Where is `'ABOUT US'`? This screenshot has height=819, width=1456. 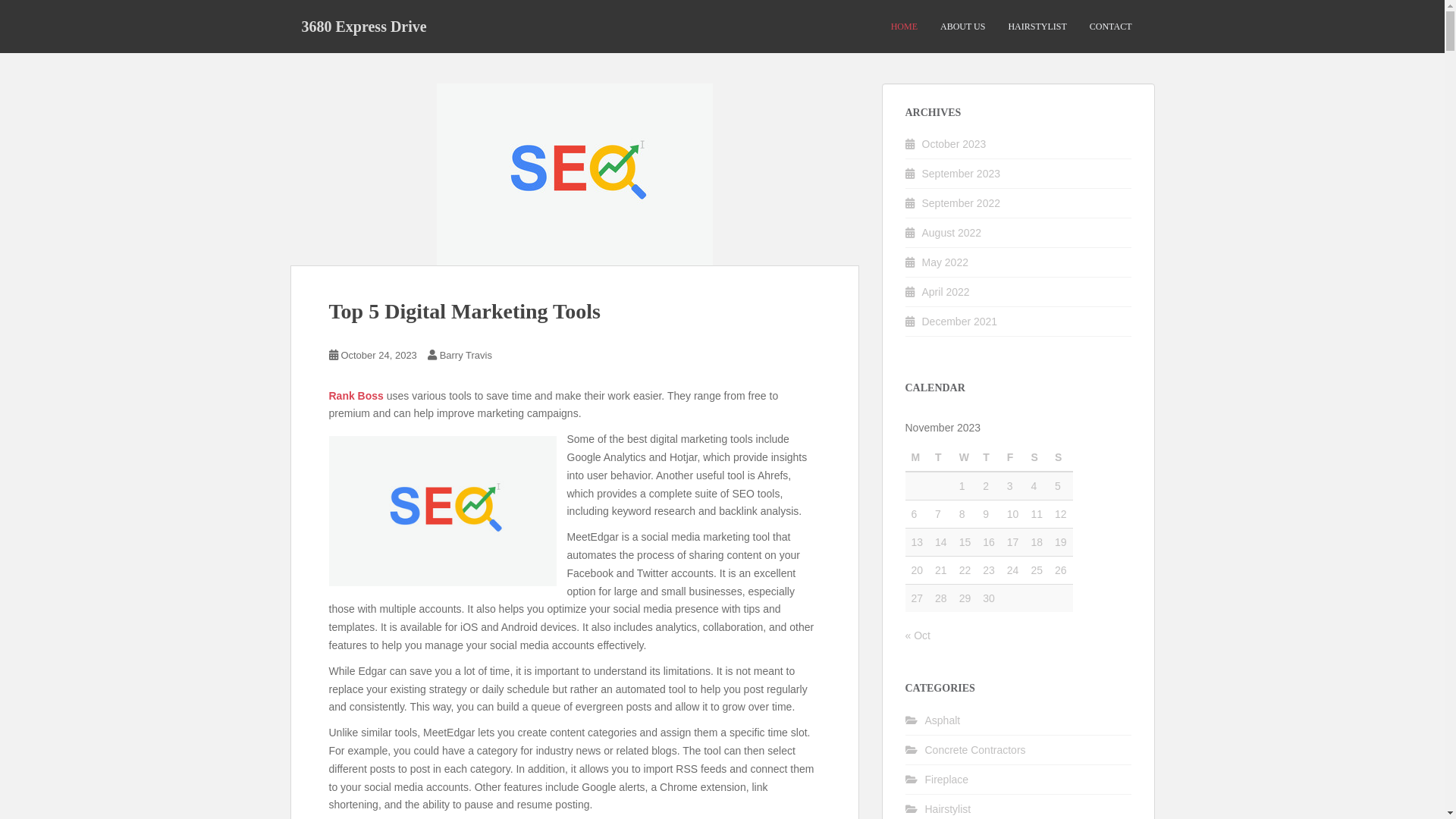 'ABOUT US' is located at coordinates (962, 26).